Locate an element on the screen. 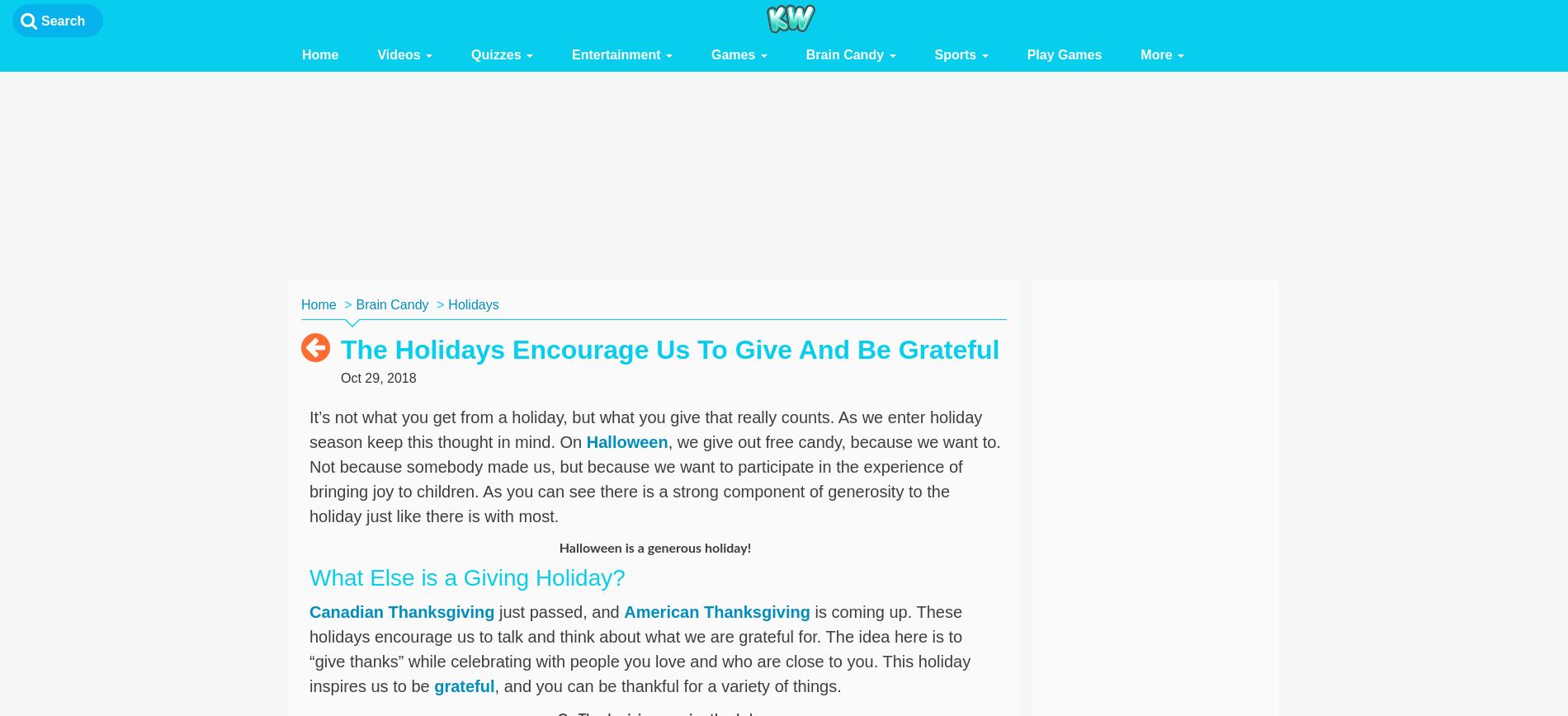 Image resolution: width=1568 pixels, height=716 pixels. 'Halloween' is located at coordinates (626, 441).